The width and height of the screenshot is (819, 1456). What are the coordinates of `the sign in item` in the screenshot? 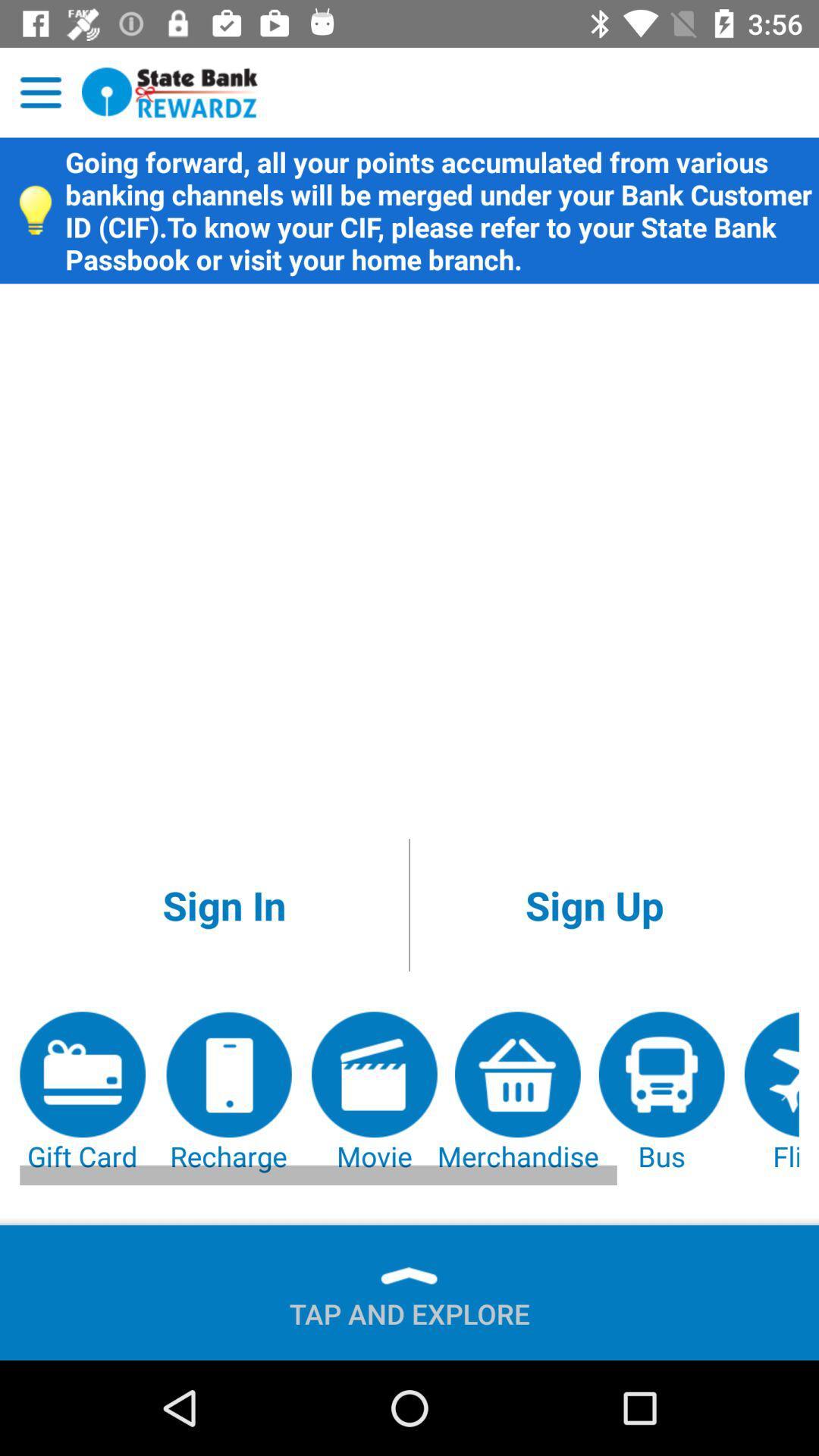 It's located at (224, 905).